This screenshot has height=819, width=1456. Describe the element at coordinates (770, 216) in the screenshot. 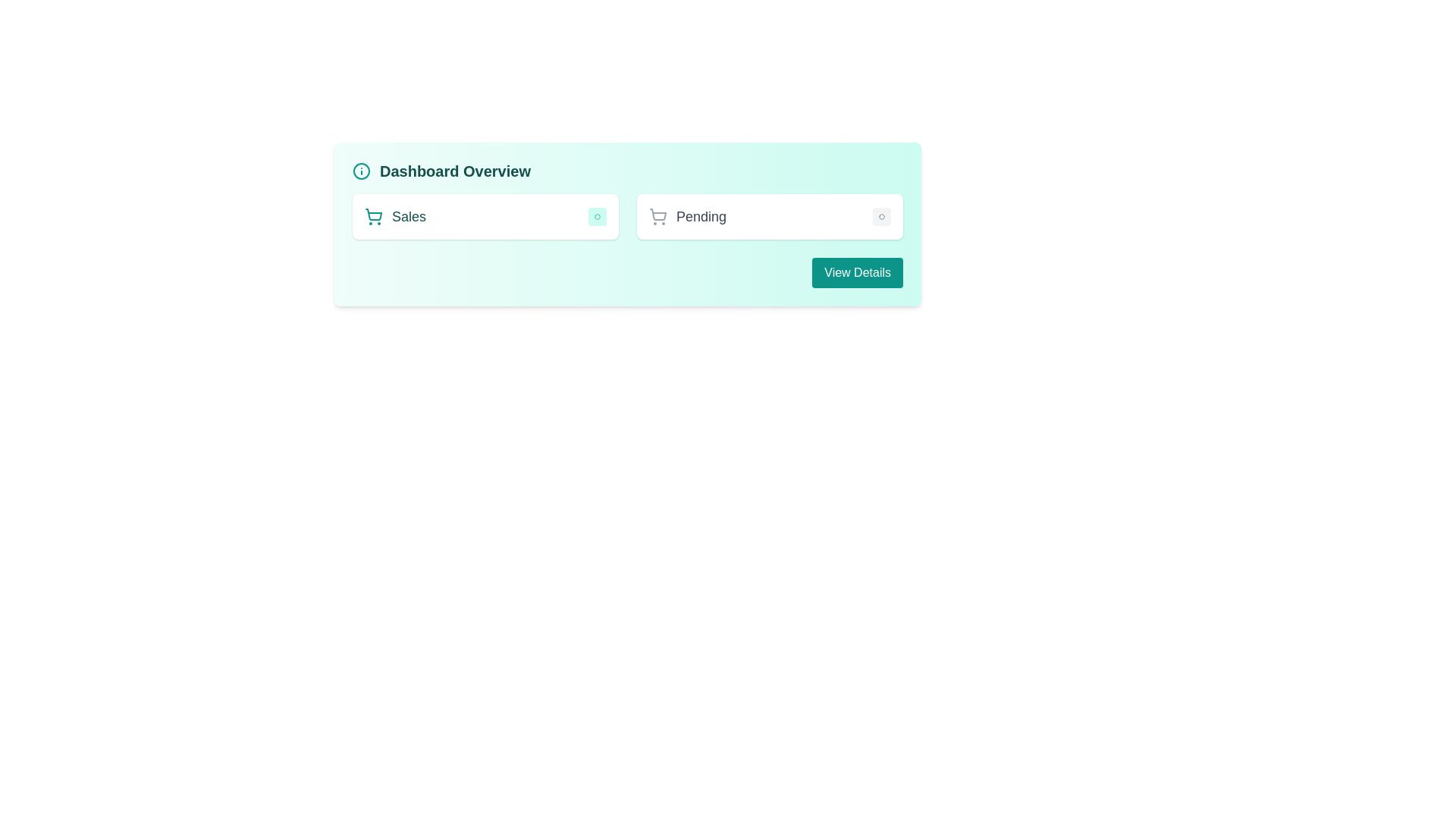

I see `the Informational card that displays 'Pending' with an 'Inactive' badge, located in the right column of the dashboard` at that location.